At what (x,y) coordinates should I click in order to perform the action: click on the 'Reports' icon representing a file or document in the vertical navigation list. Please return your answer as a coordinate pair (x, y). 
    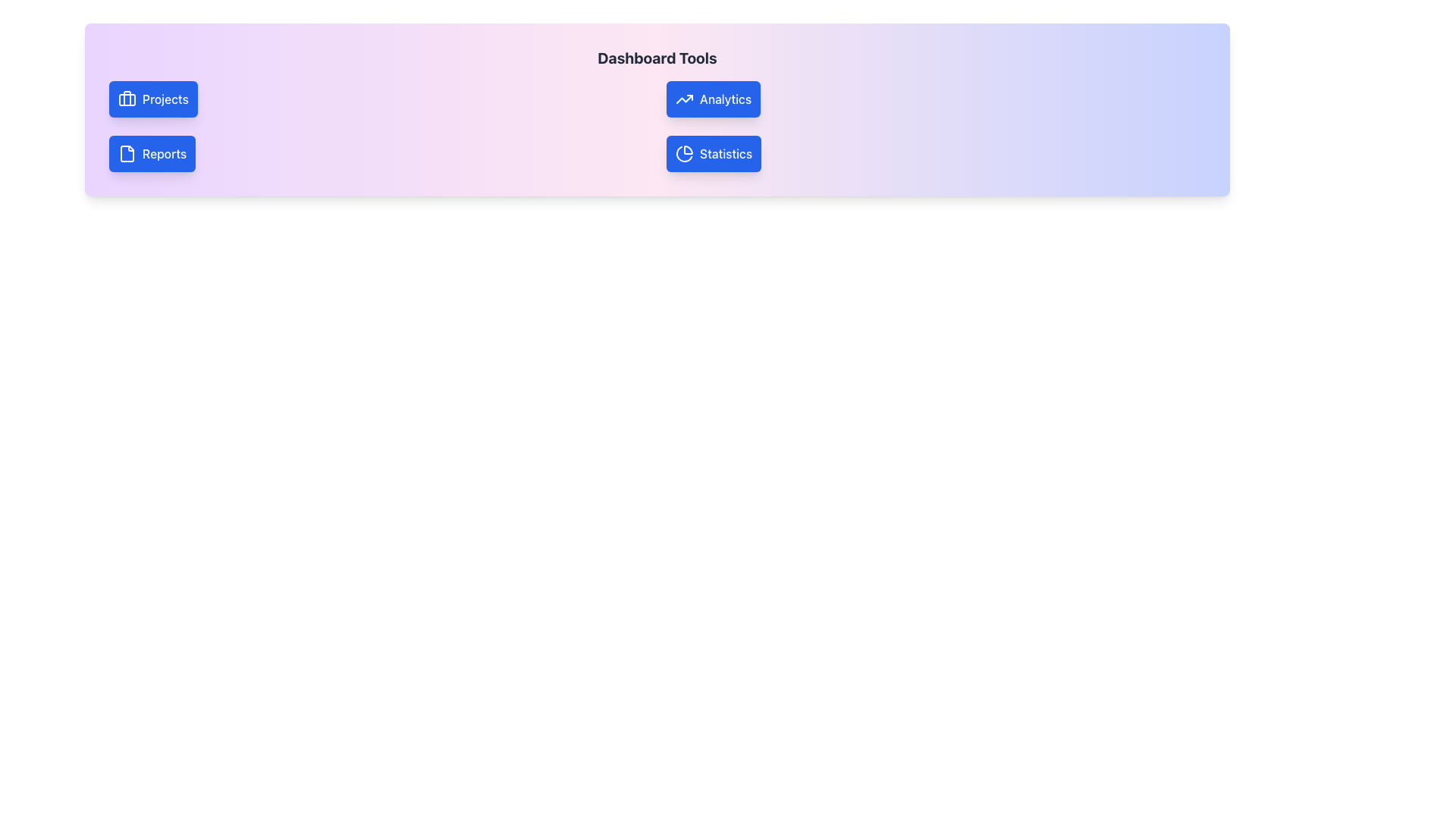
    Looking at the image, I should click on (127, 154).